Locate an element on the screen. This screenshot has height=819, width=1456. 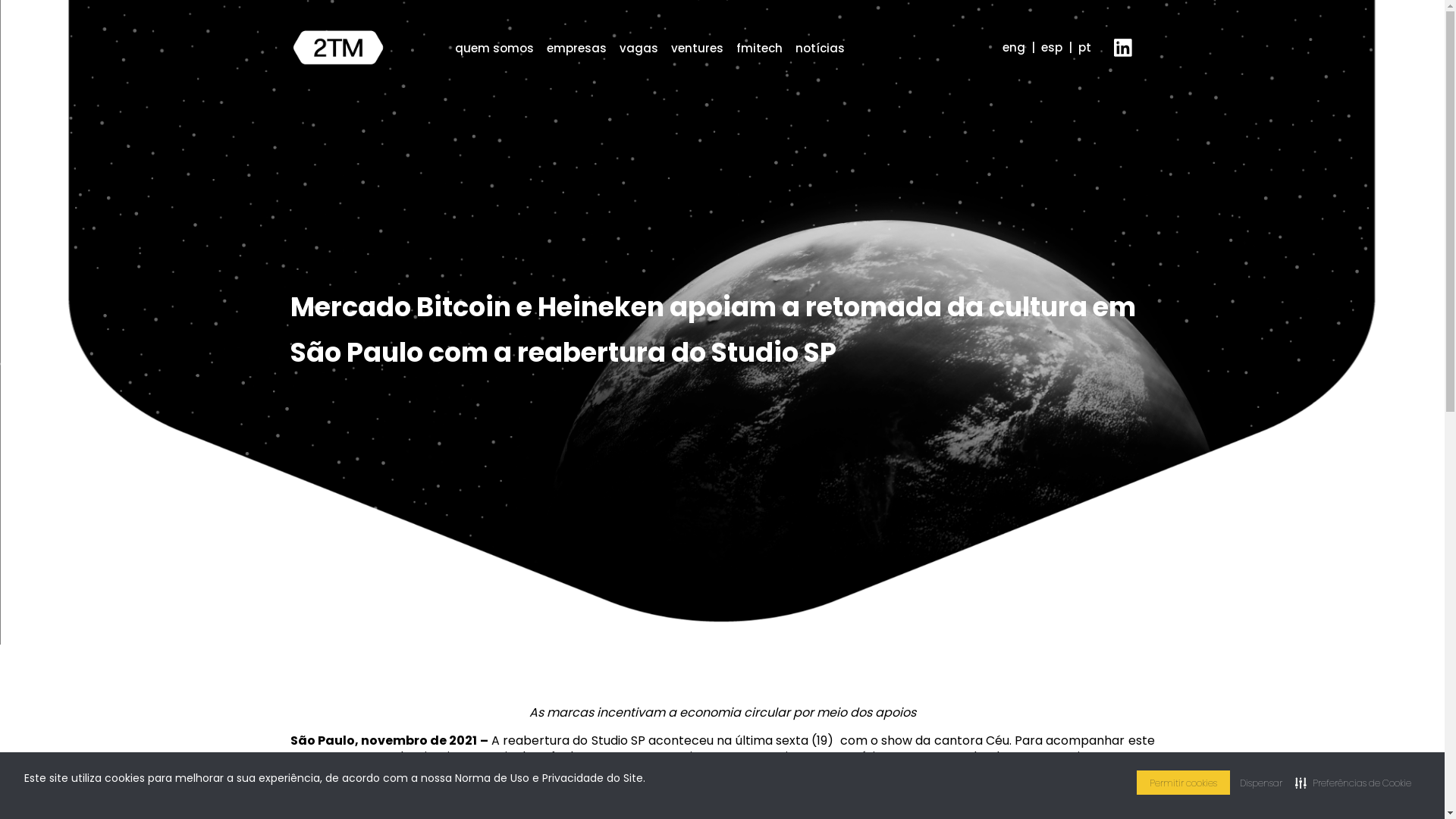
'eng' is located at coordinates (1014, 46).